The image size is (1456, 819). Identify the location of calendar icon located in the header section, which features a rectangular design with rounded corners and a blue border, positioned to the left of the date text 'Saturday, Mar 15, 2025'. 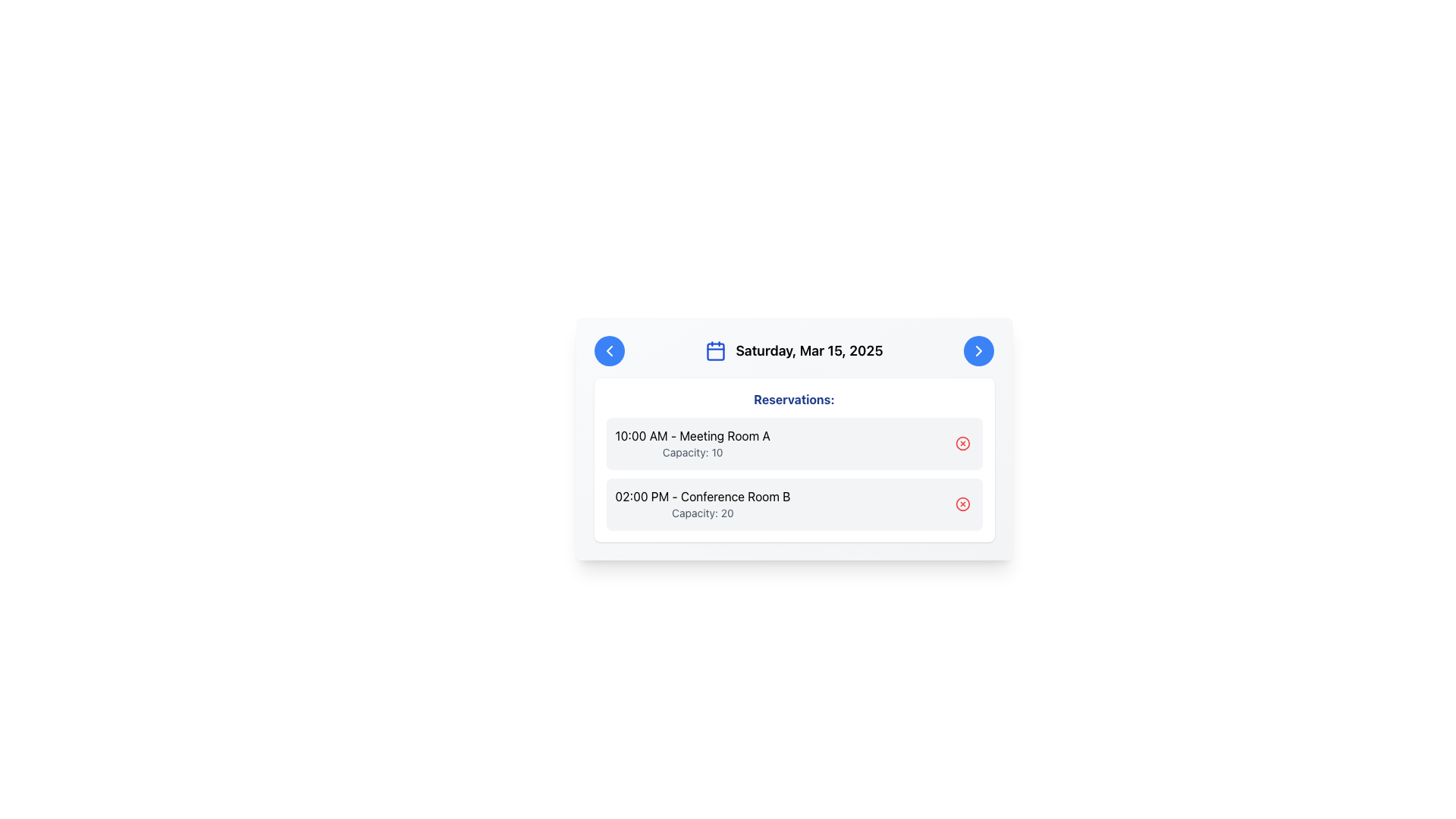
(715, 350).